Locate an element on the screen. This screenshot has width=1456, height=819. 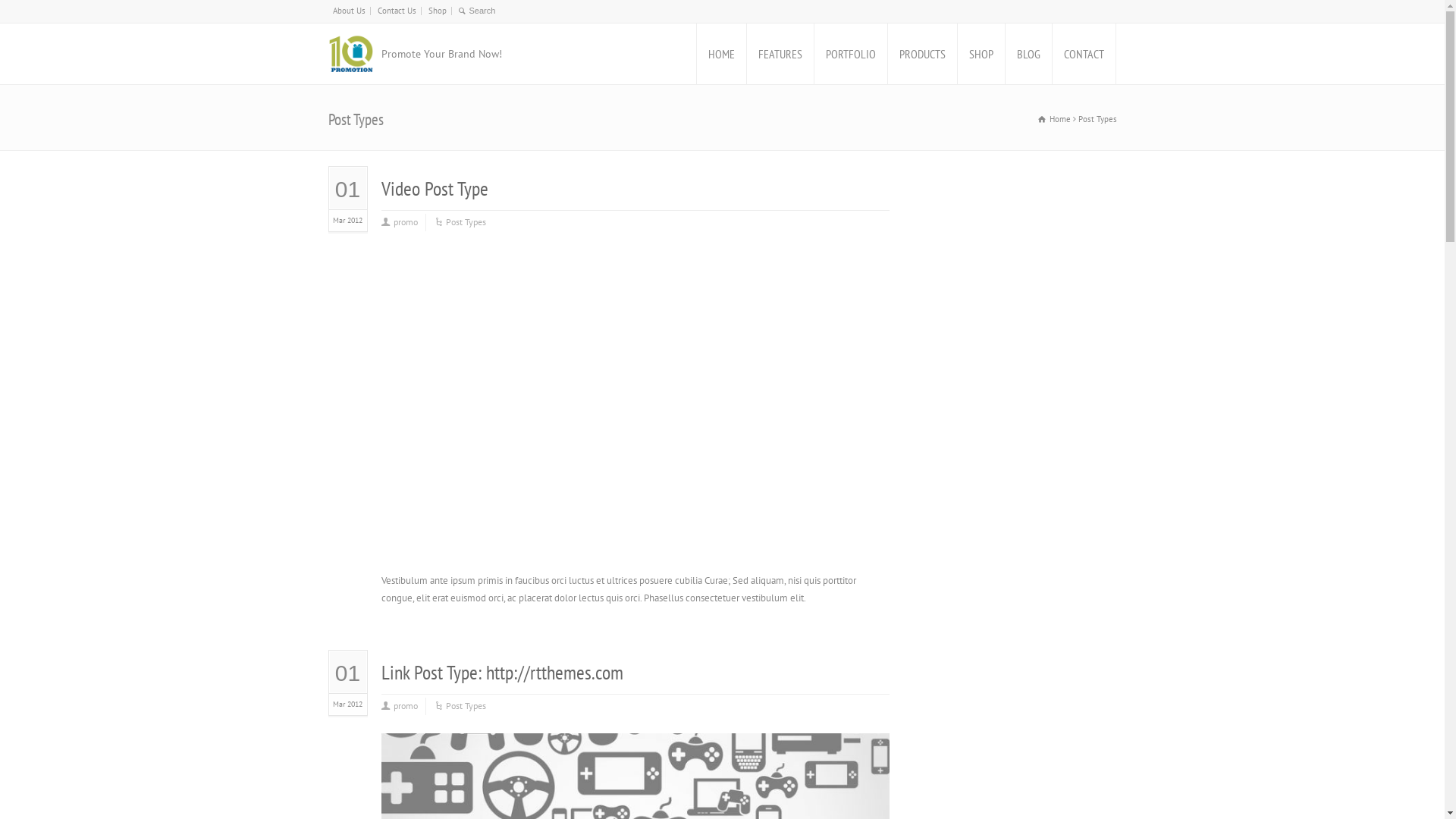
'promo' is located at coordinates (404, 706).